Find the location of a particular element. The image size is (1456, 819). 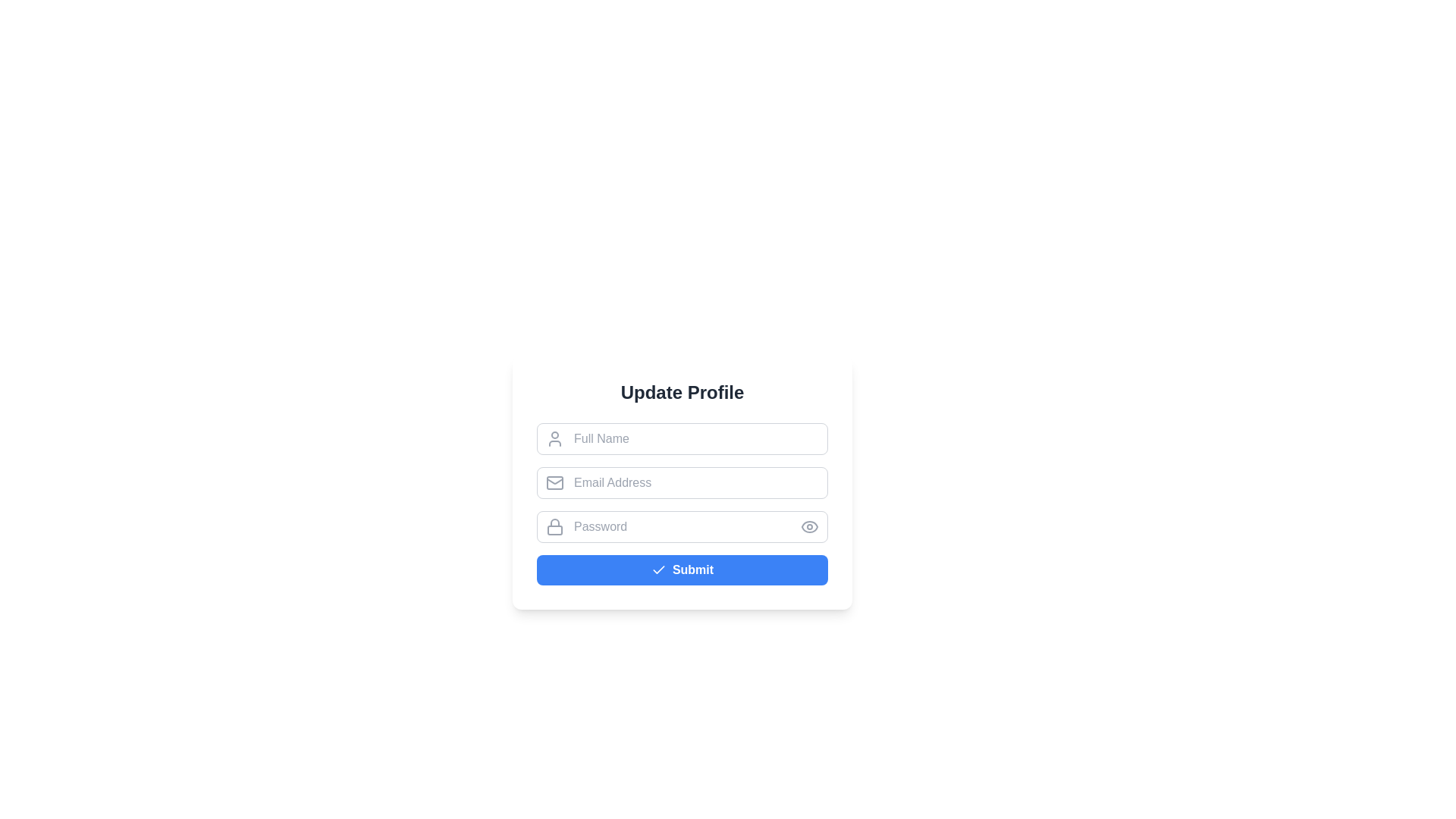

the decorative icon indicating the adjacent input field for the user's full name, located inside the 'Full Name' input field, above the 'Email Address' field in the 'Update Profile' section is located at coordinates (554, 438).